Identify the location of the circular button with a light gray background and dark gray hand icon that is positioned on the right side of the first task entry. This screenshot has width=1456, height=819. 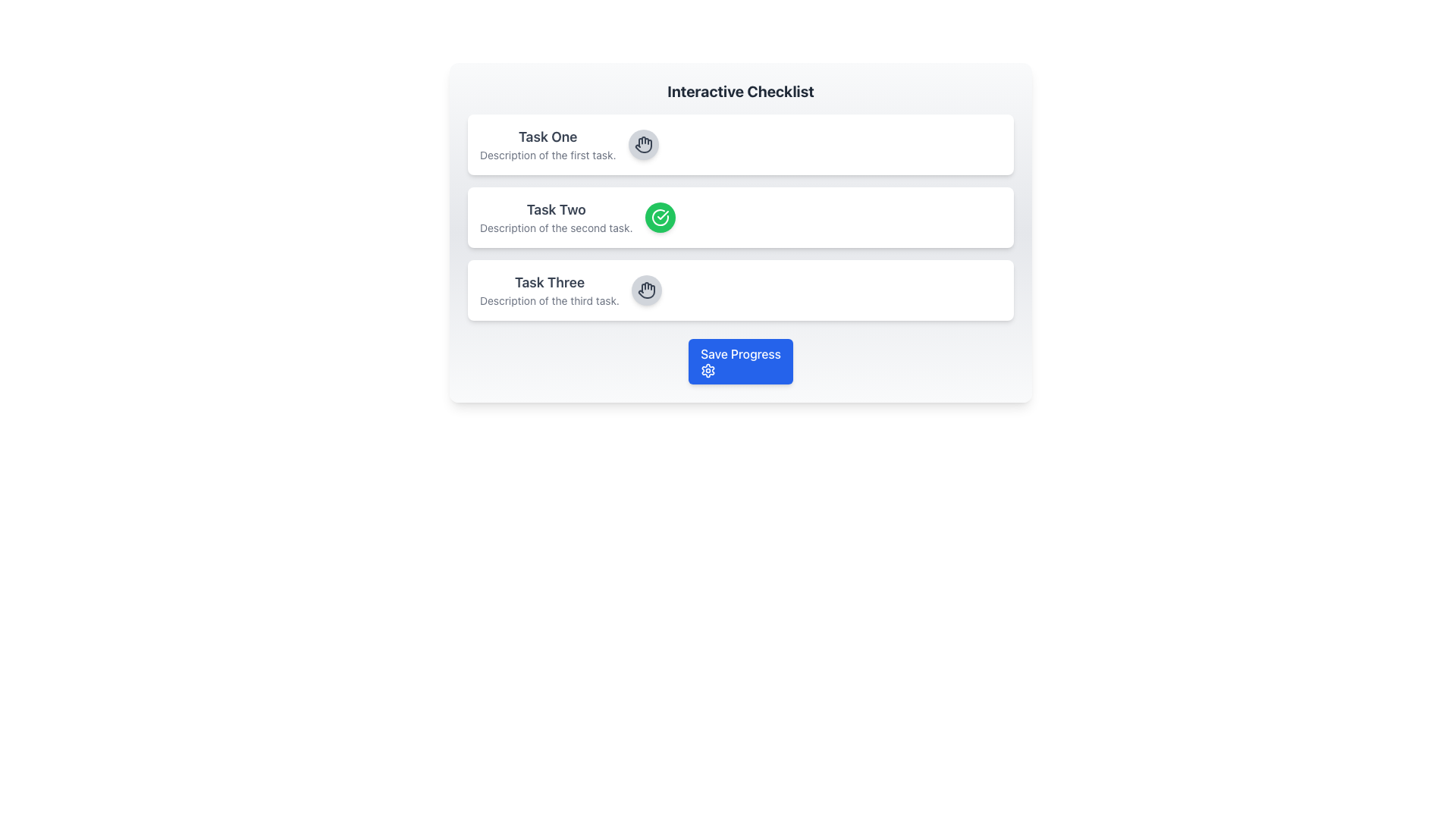
(643, 145).